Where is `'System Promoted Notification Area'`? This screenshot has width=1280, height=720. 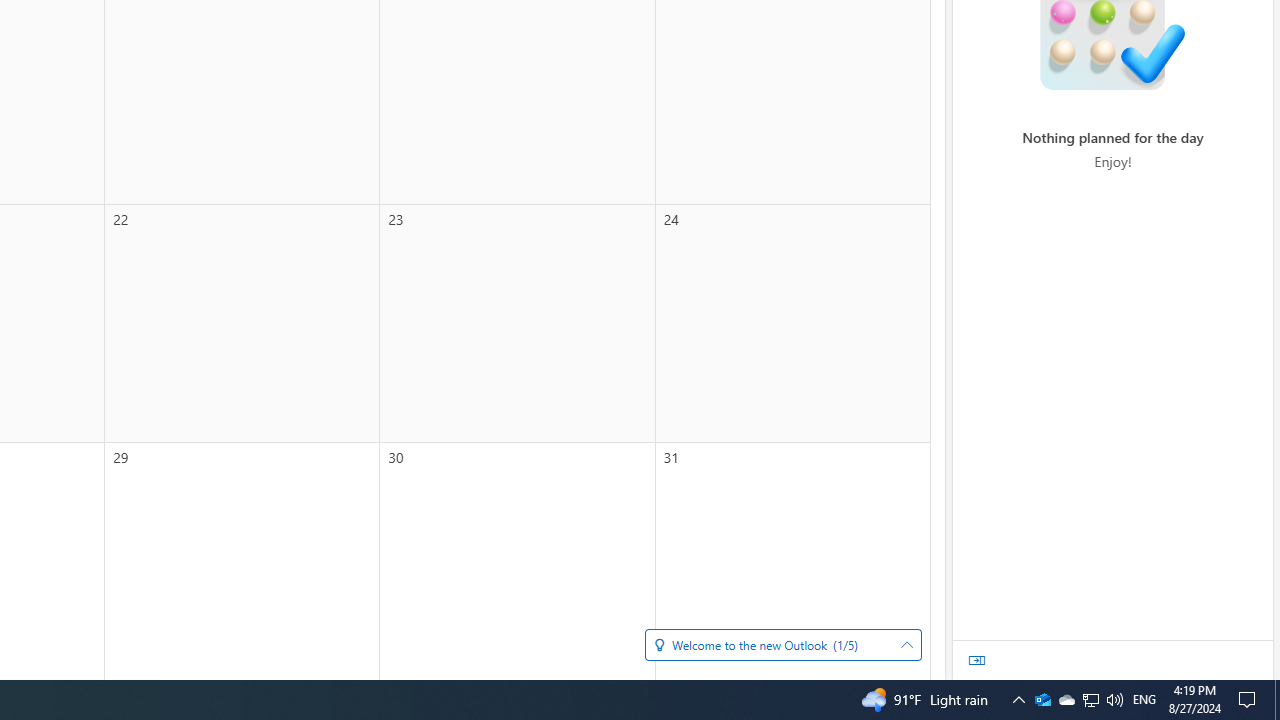 'System Promoted Notification Area' is located at coordinates (1065, 698).